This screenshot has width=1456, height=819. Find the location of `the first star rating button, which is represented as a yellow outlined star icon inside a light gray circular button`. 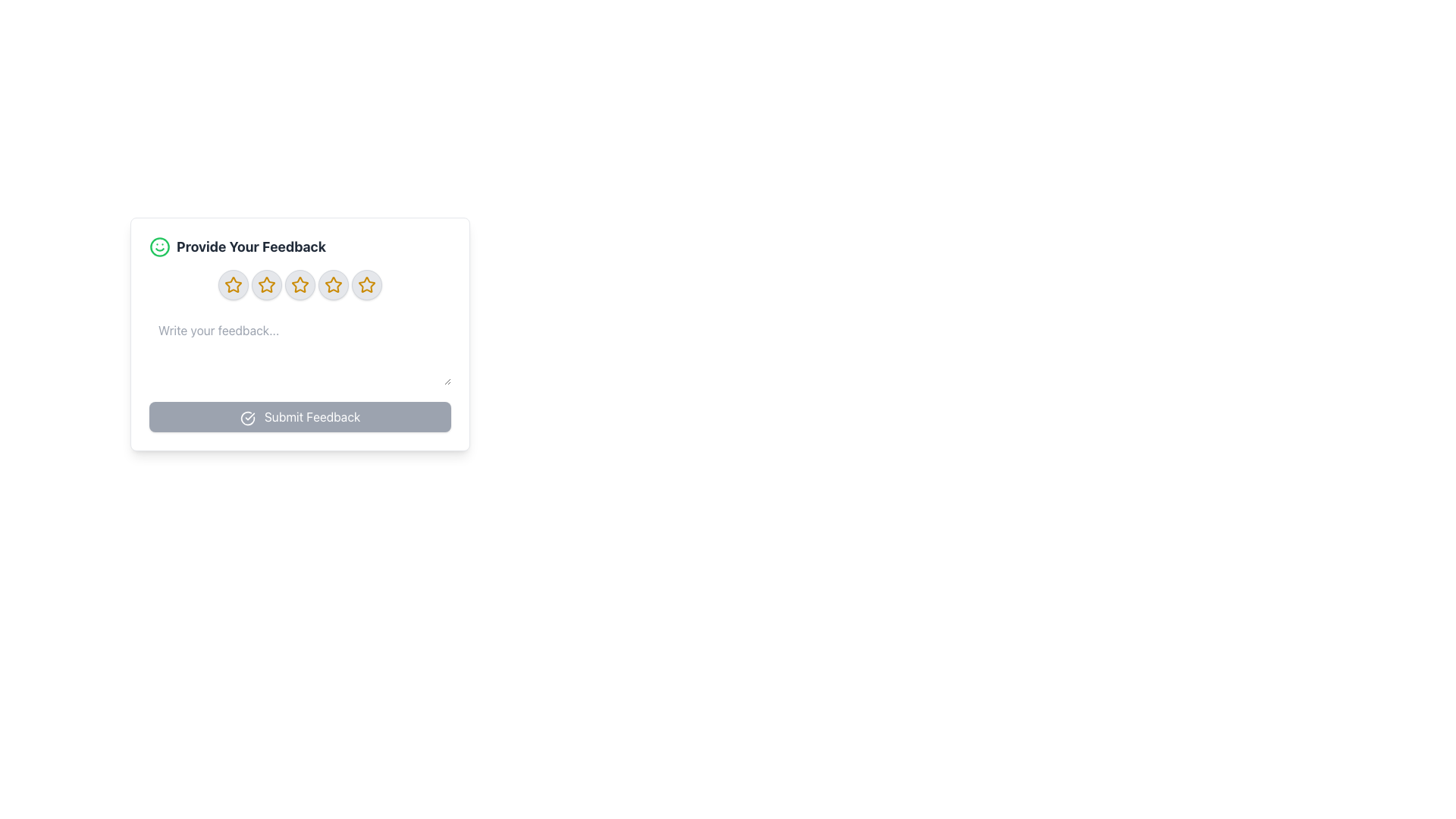

the first star rating button, which is represented as a yellow outlined star icon inside a light gray circular button is located at coordinates (232, 284).